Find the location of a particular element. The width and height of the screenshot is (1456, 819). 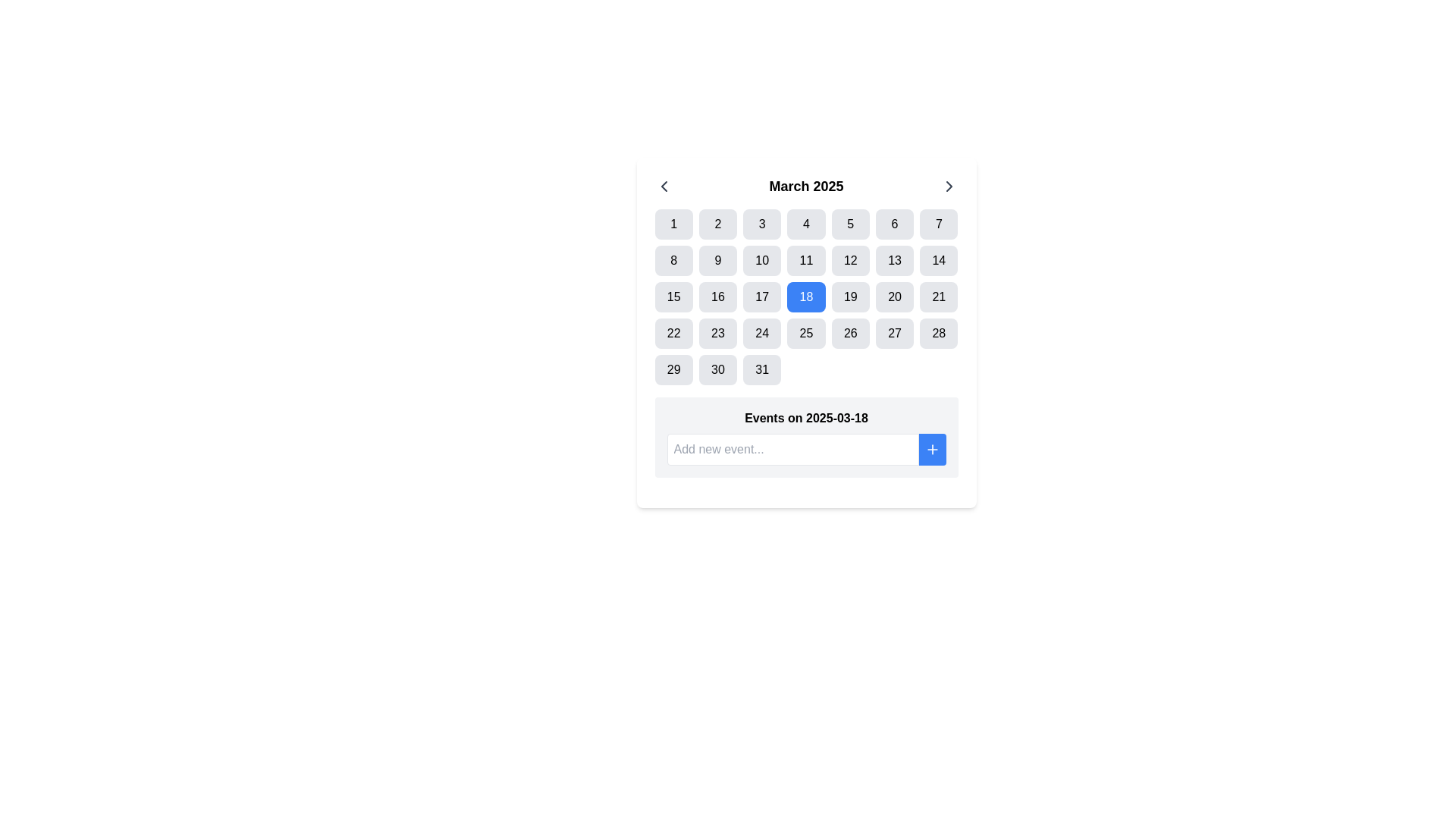

the small, square button with a rounded border and light gray background, which contains the centered text '8' in bold, black font is located at coordinates (673, 259).